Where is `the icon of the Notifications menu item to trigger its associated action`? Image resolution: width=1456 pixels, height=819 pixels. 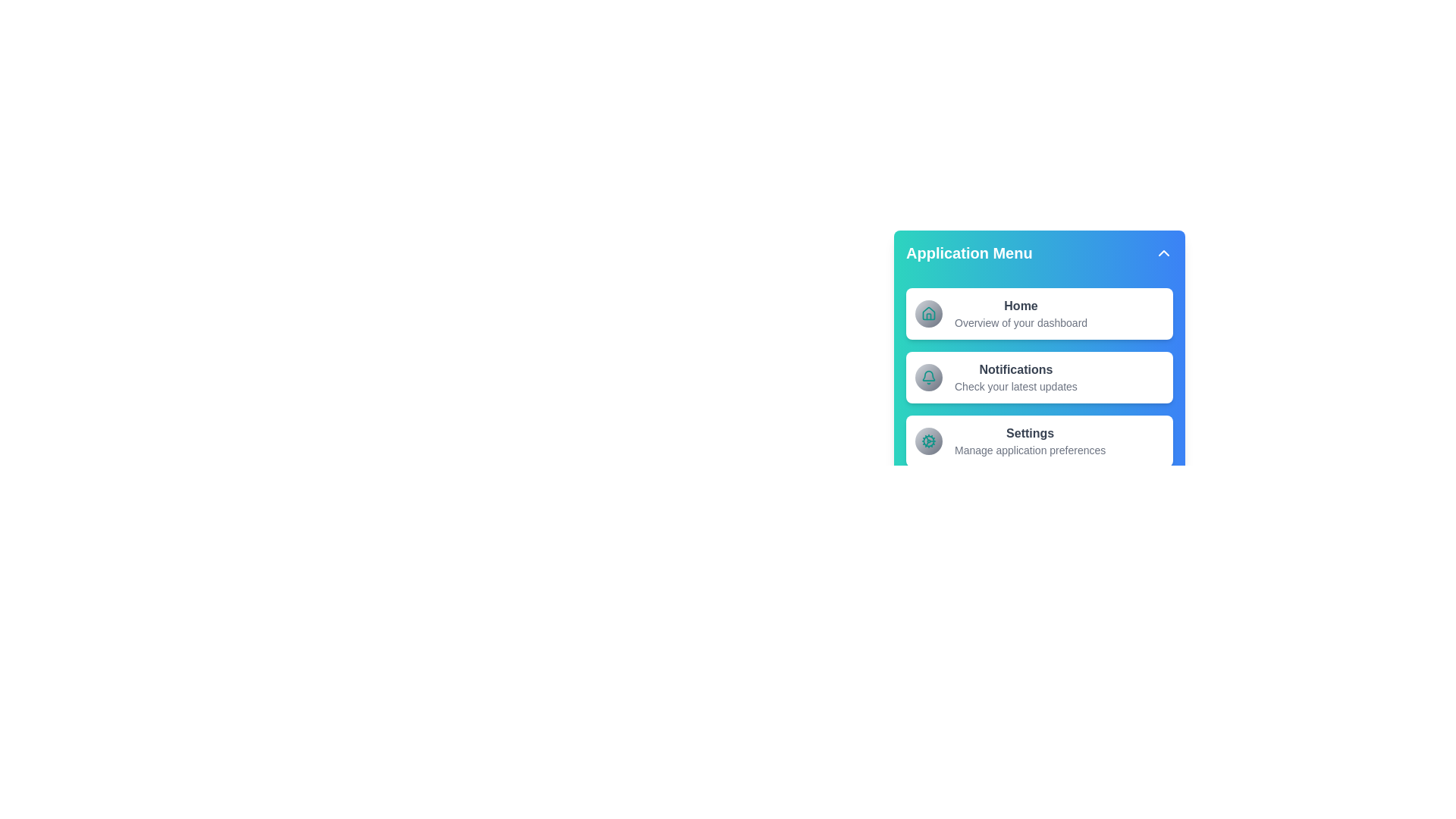 the icon of the Notifications menu item to trigger its associated action is located at coordinates (927, 376).